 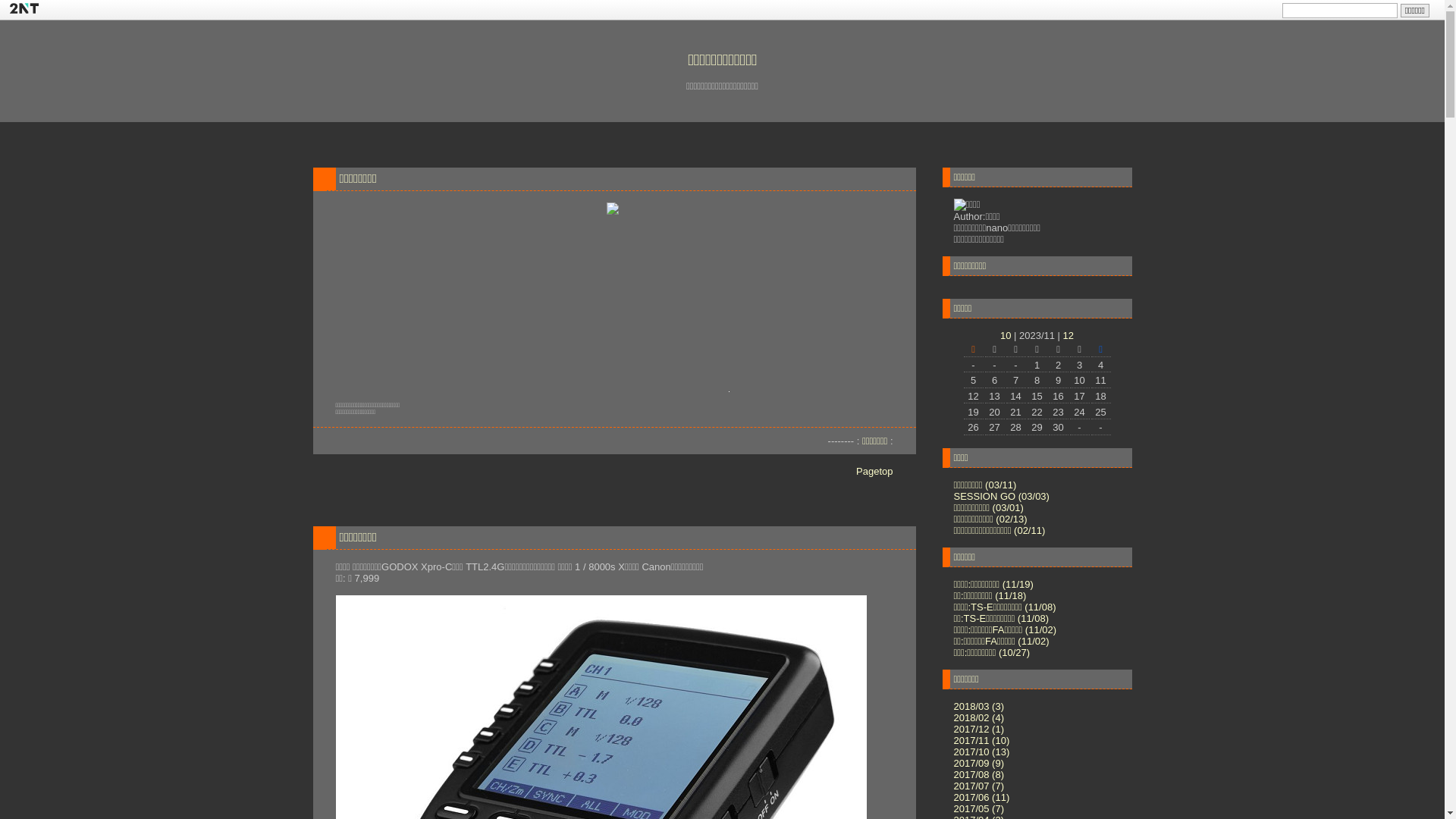 What do you see at coordinates (952, 739) in the screenshot?
I see `'2017/11 (10)'` at bounding box center [952, 739].